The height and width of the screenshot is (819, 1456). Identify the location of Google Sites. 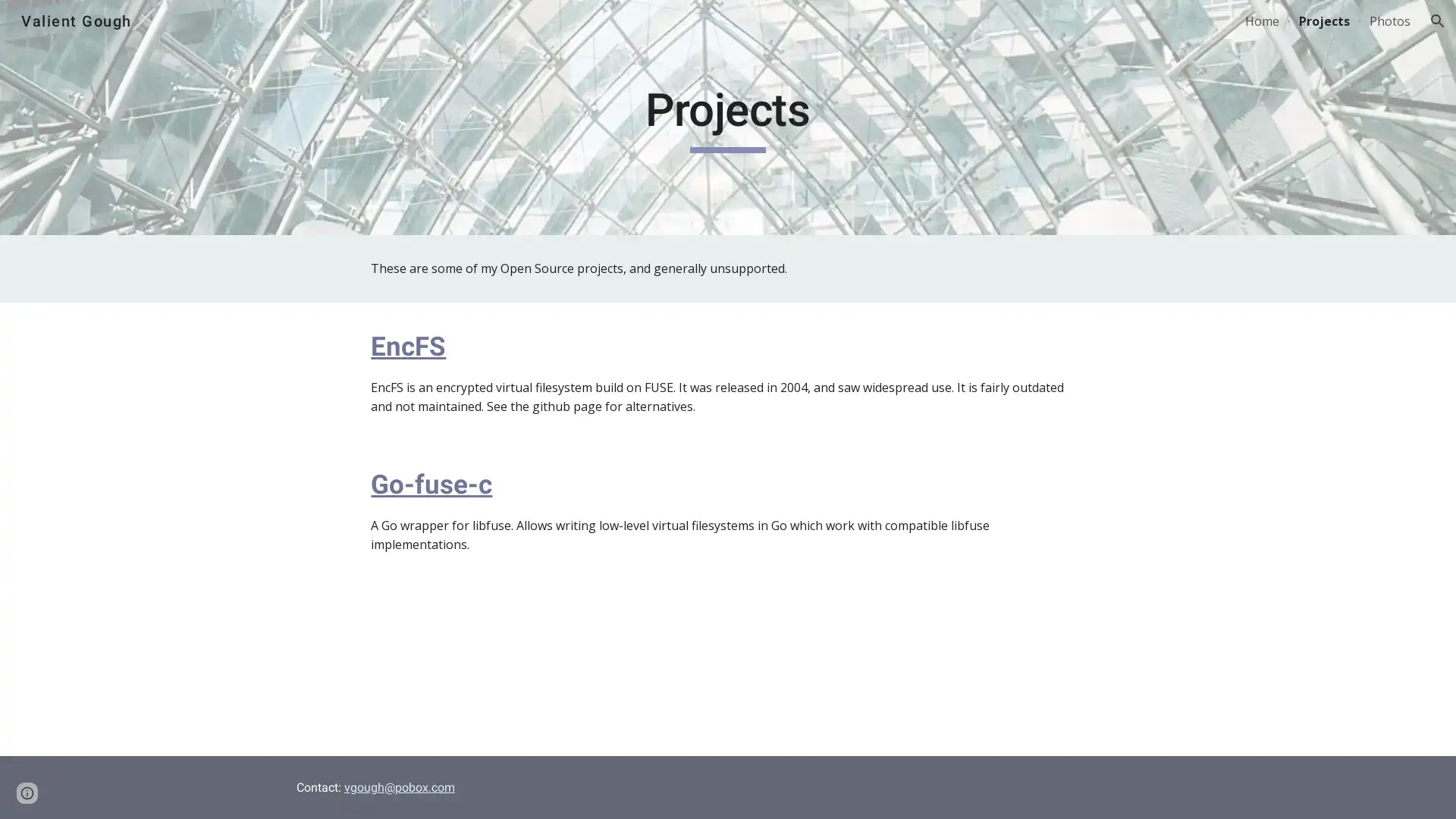
(117, 792).